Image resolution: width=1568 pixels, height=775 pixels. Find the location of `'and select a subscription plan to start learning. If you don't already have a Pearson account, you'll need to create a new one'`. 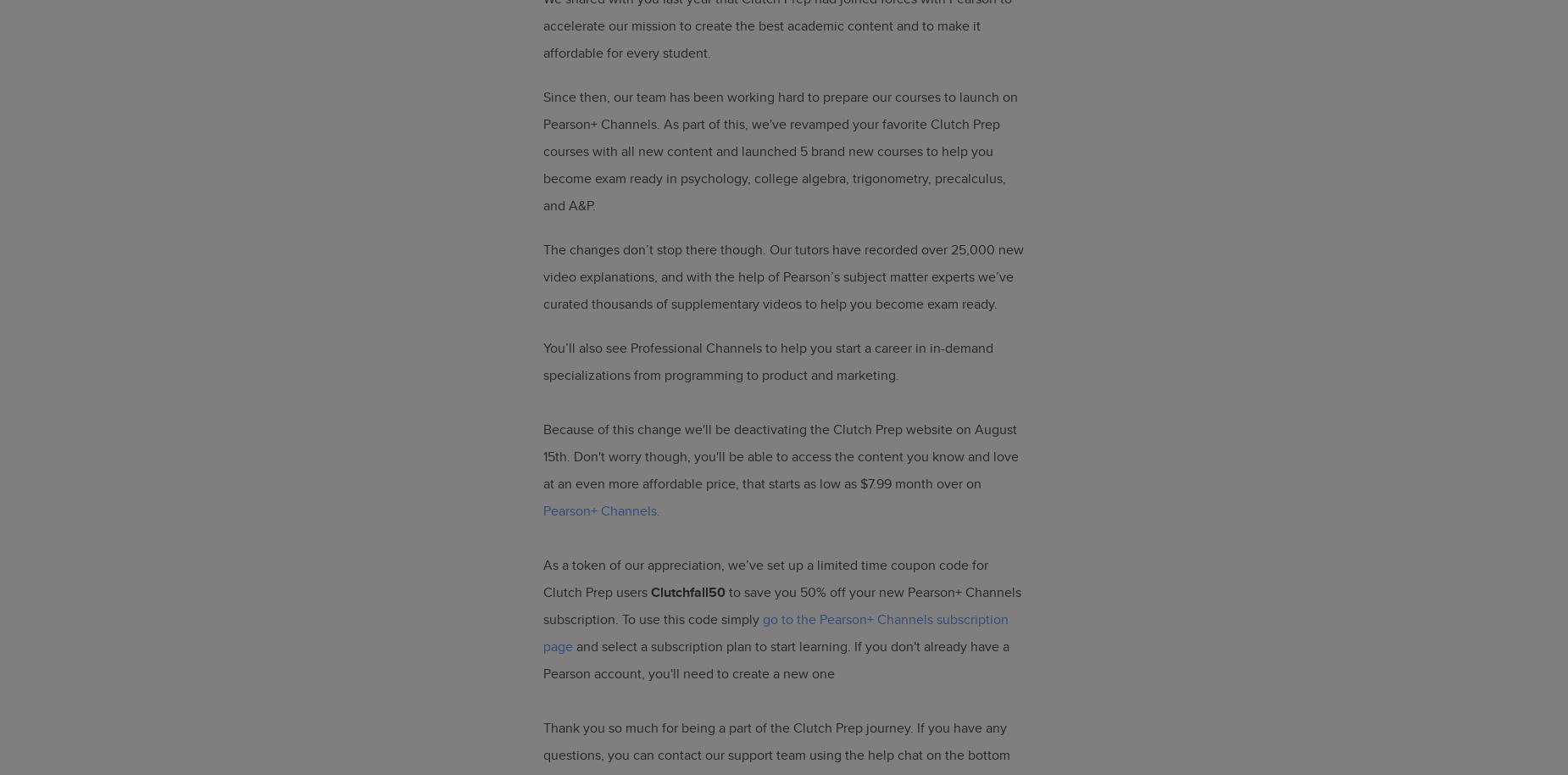

'and select a subscription plan to start learning. If you don't already have a Pearson account, you'll need to create a new one' is located at coordinates (776, 659).